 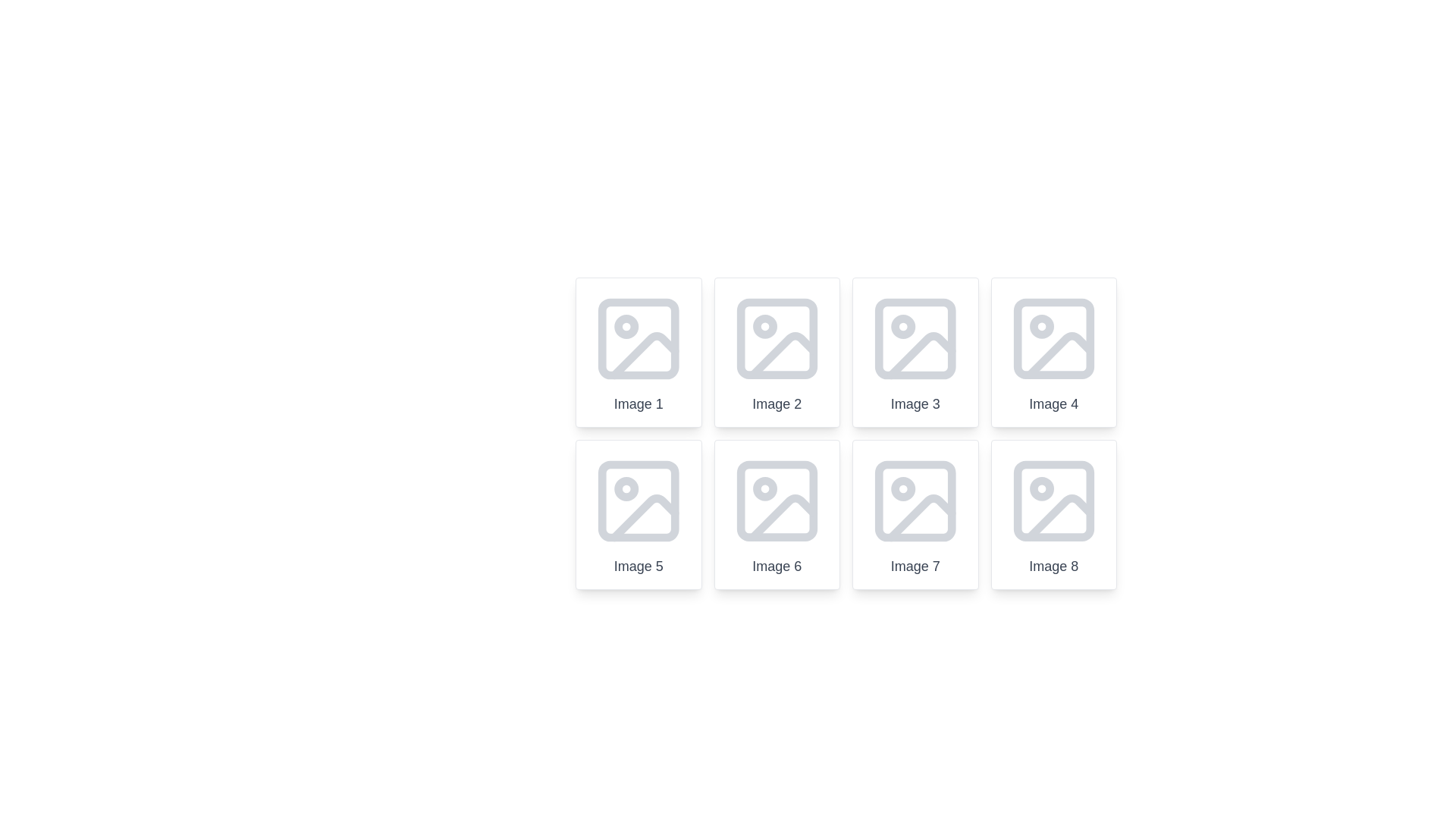 What do you see at coordinates (777, 513) in the screenshot?
I see `the interactive card element labeled 'Image 6', which is located in the second row, second column of a grid layout` at bounding box center [777, 513].